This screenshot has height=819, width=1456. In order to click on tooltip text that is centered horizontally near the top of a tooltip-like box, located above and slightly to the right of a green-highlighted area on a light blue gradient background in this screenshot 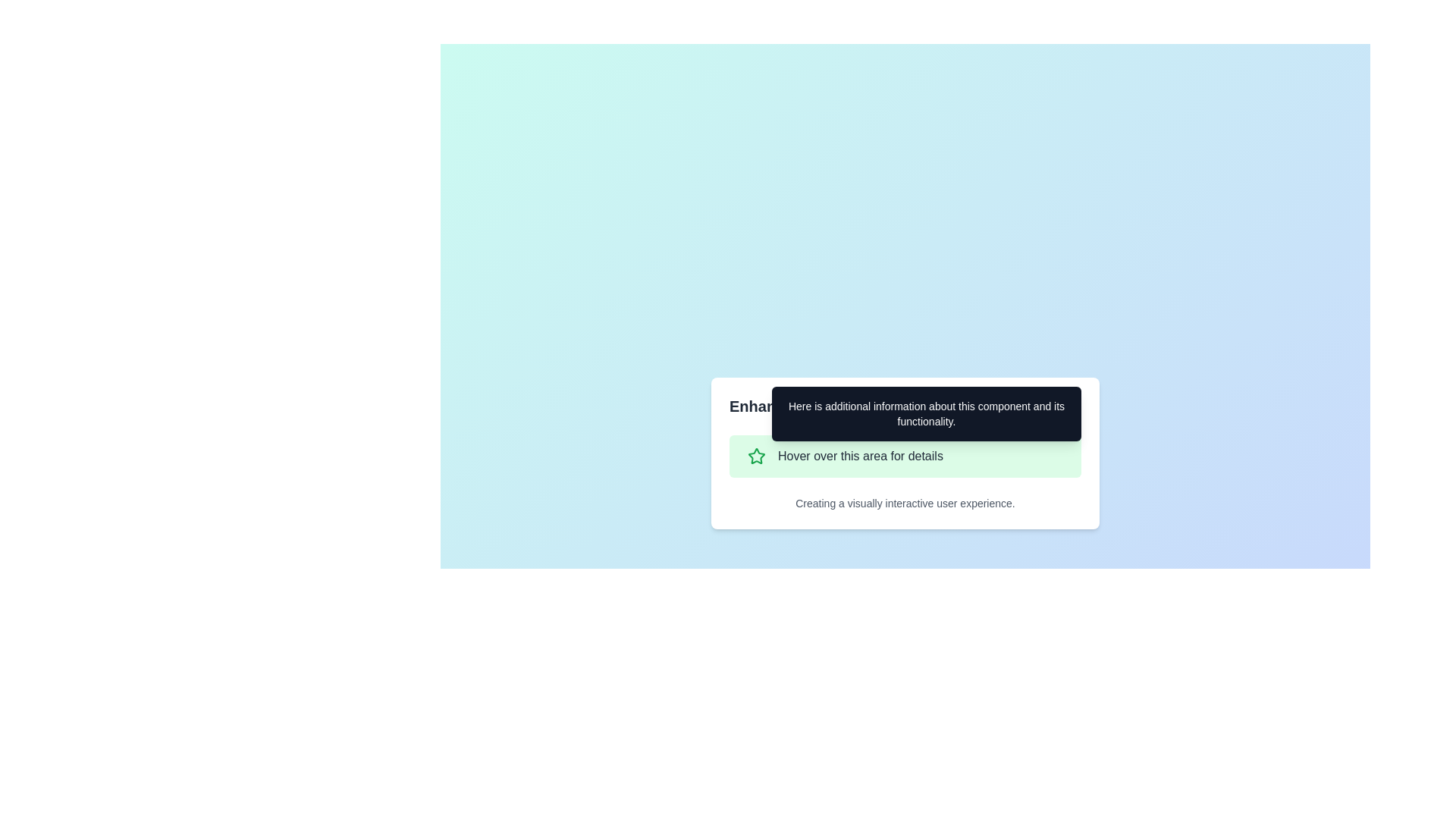, I will do `click(926, 414)`.